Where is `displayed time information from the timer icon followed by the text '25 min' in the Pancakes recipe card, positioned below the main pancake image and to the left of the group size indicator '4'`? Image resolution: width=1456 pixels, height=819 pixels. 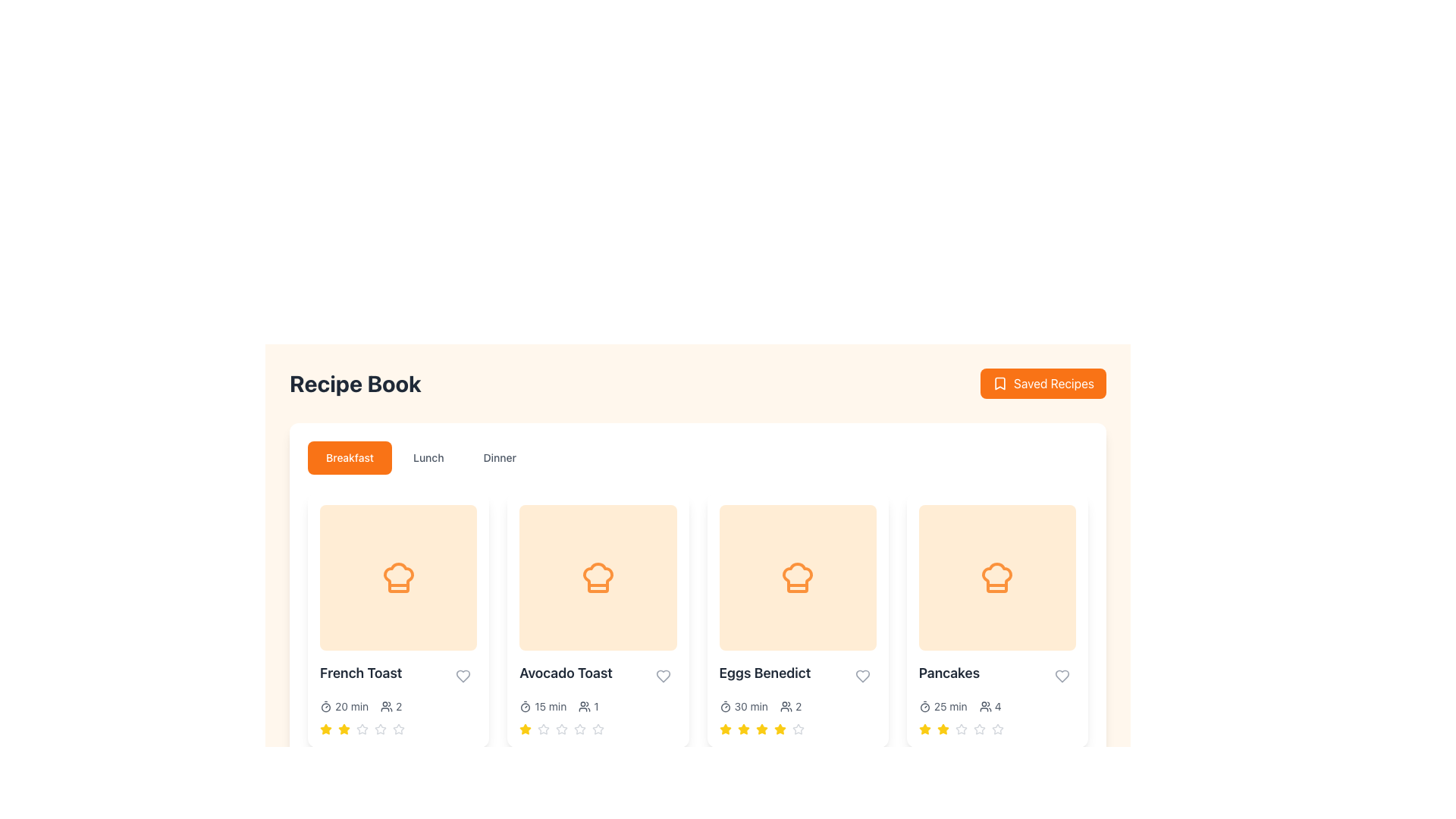 displayed time information from the timer icon followed by the text '25 min' in the Pancakes recipe card, positioned below the main pancake image and to the left of the group size indicator '4' is located at coordinates (942, 707).